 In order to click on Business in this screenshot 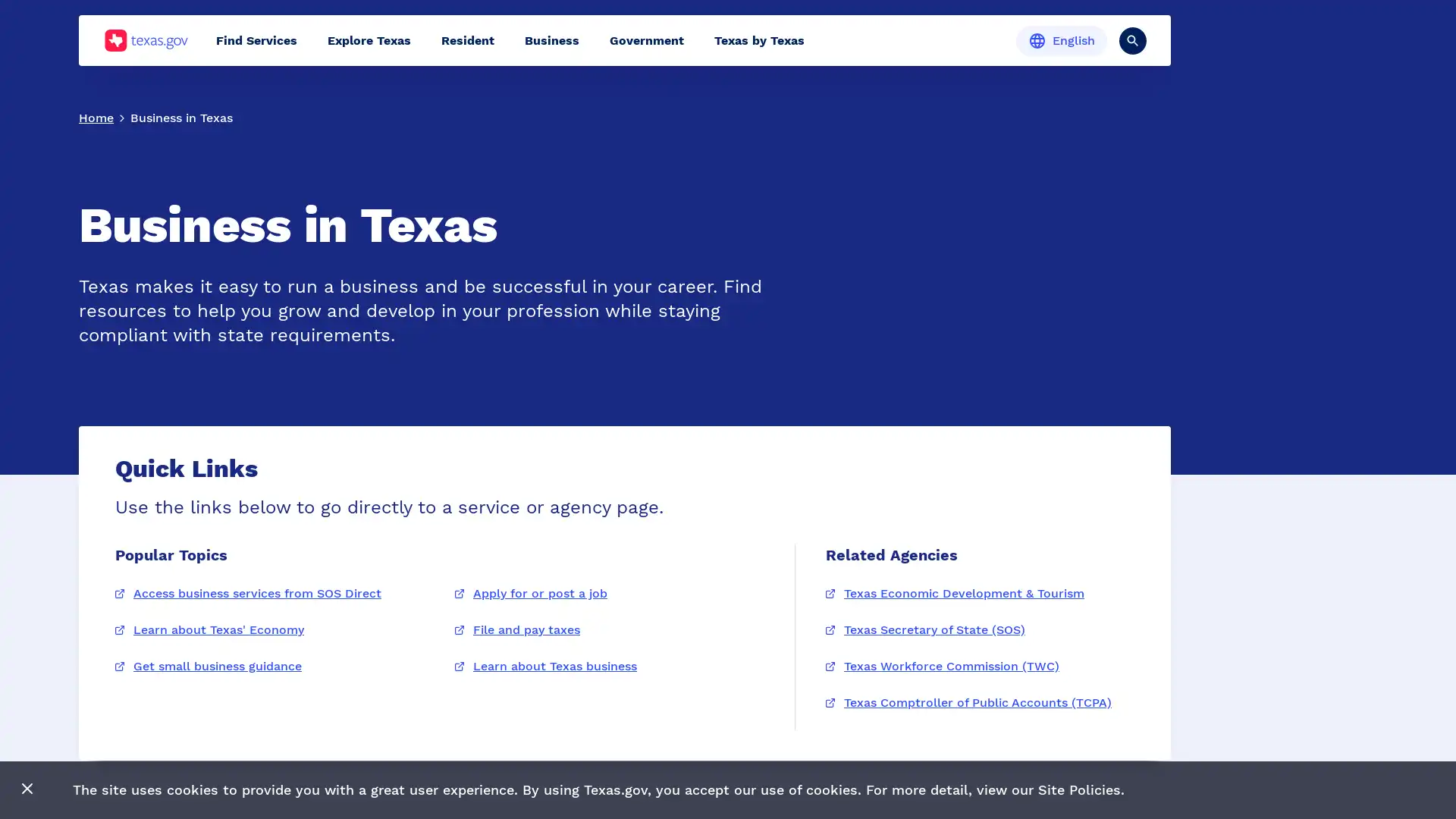, I will do `click(551, 39)`.